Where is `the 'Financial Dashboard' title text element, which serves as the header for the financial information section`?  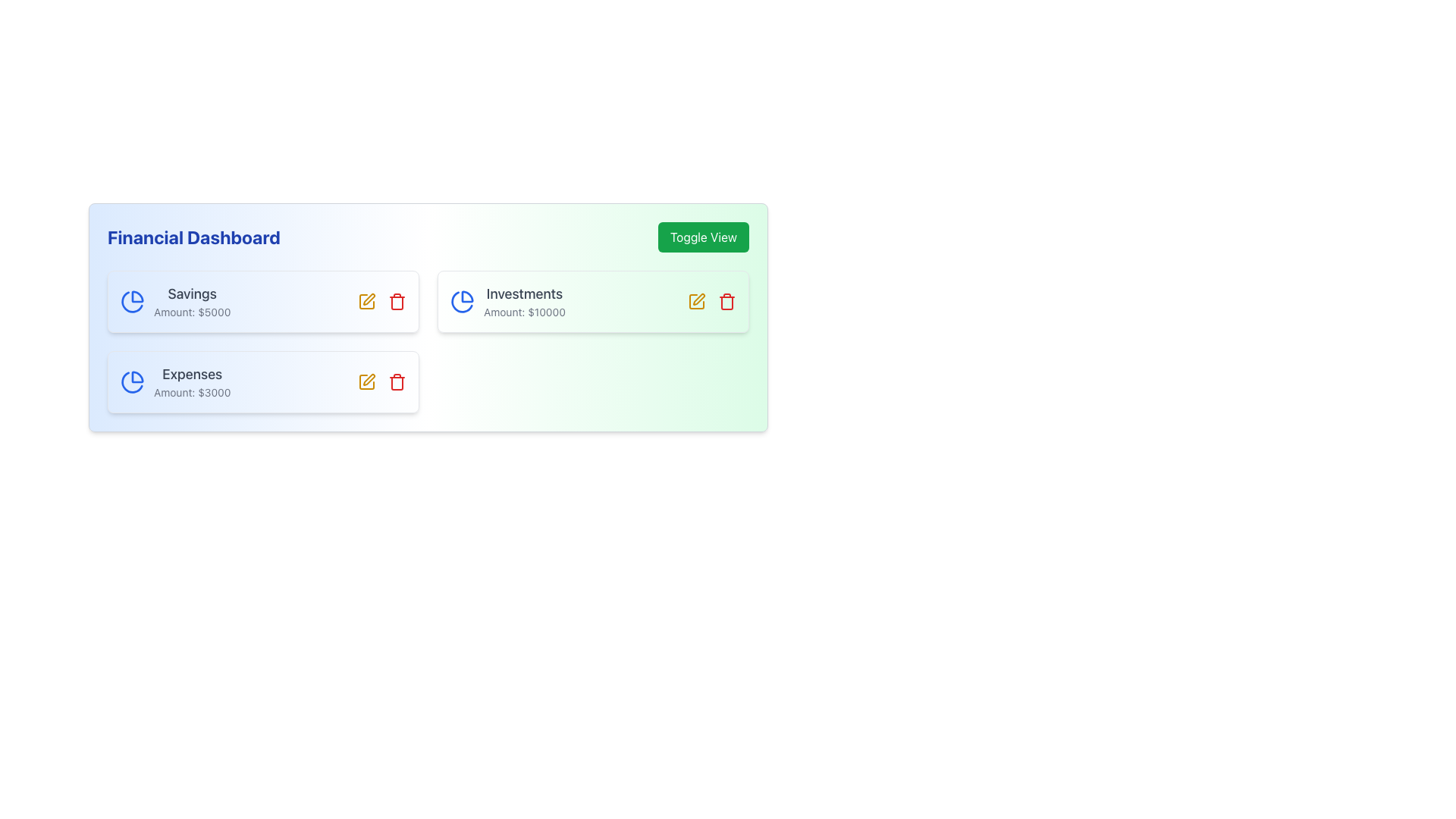 the 'Financial Dashboard' title text element, which serves as the header for the financial information section is located at coordinates (193, 237).